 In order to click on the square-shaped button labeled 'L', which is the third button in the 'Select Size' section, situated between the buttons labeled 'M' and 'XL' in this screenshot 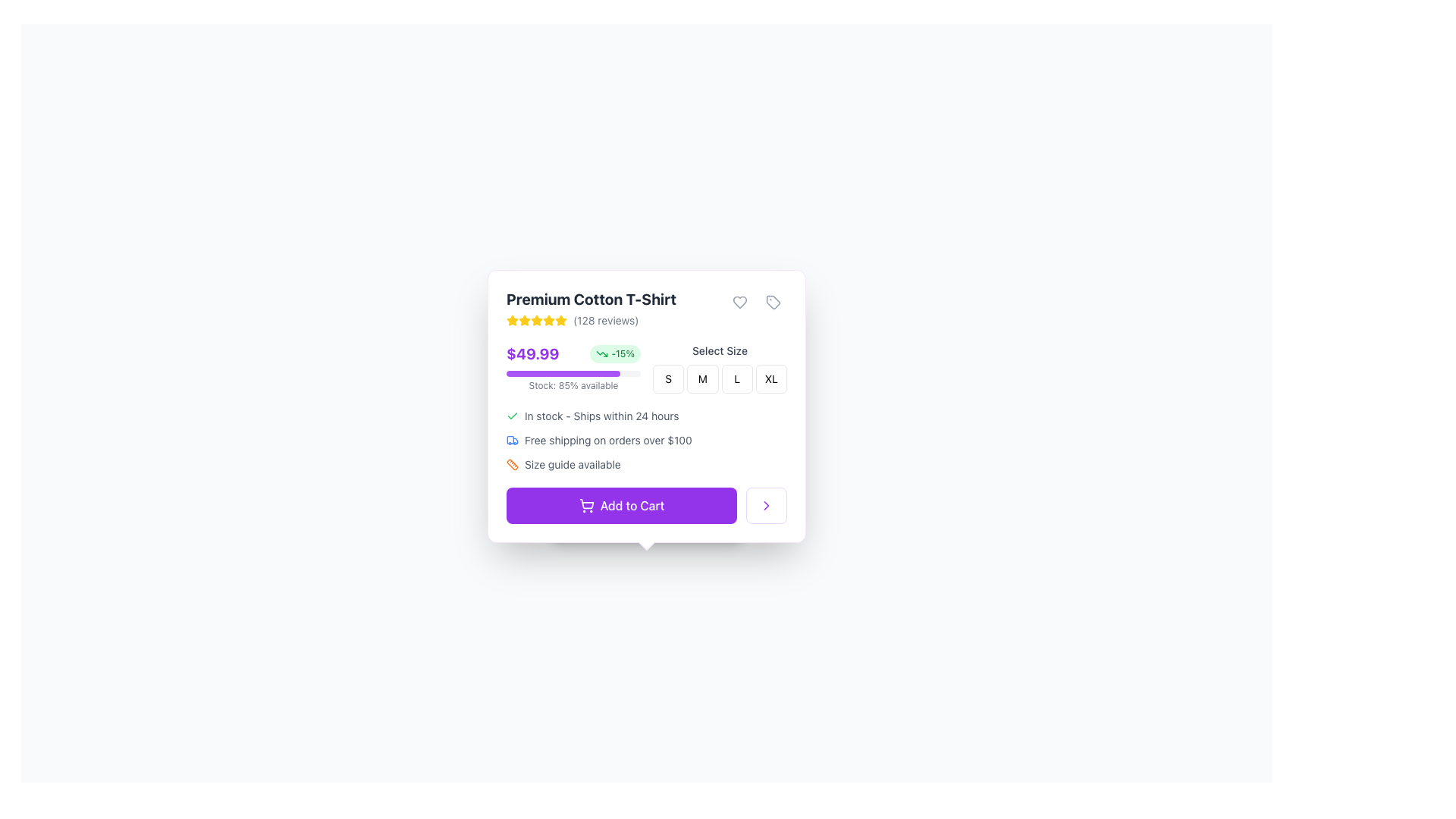, I will do `click(737, 378)`.